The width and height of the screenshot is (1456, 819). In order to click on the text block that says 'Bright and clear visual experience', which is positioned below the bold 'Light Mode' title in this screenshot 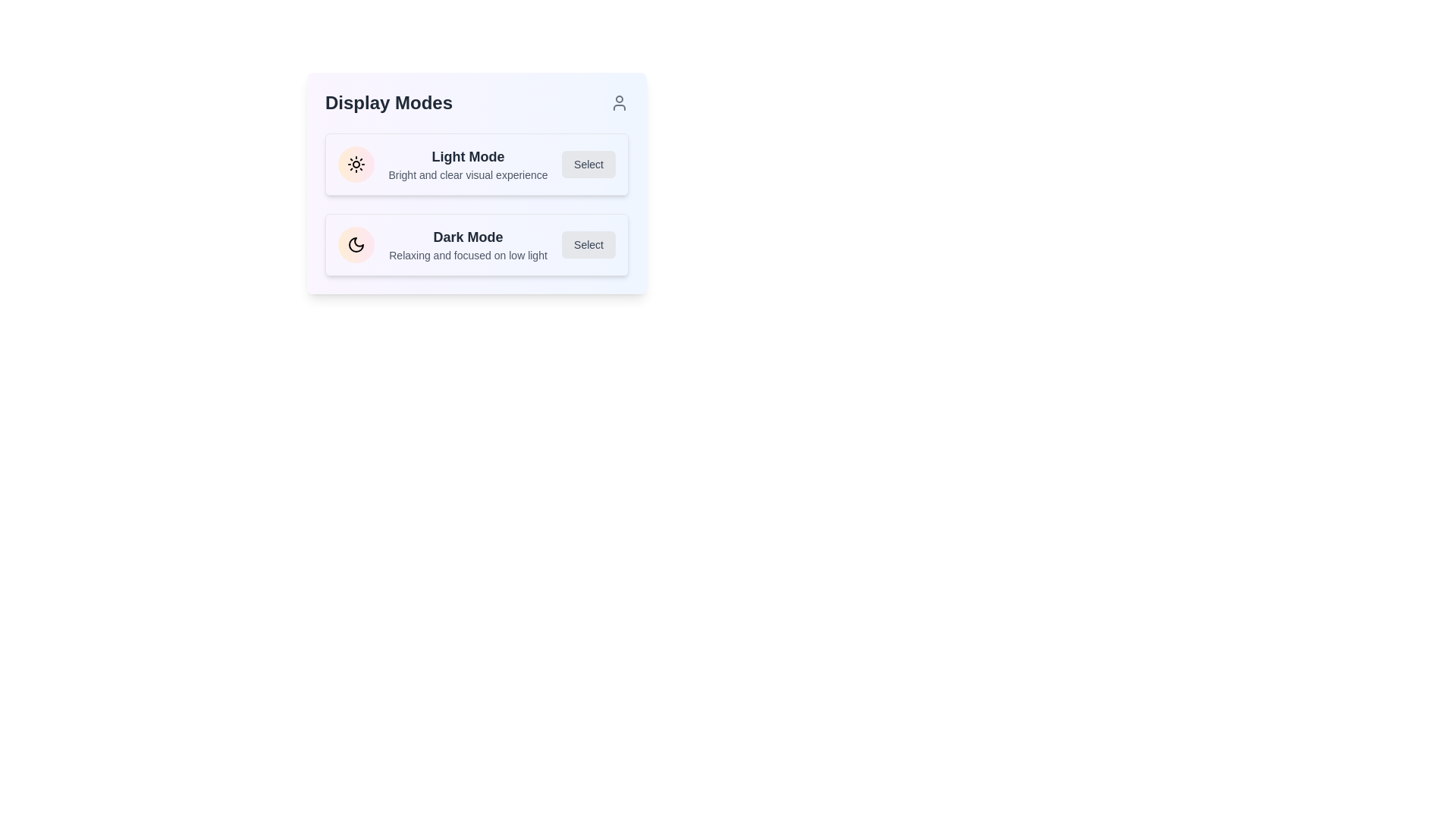, I will do `click(467, 174)`.